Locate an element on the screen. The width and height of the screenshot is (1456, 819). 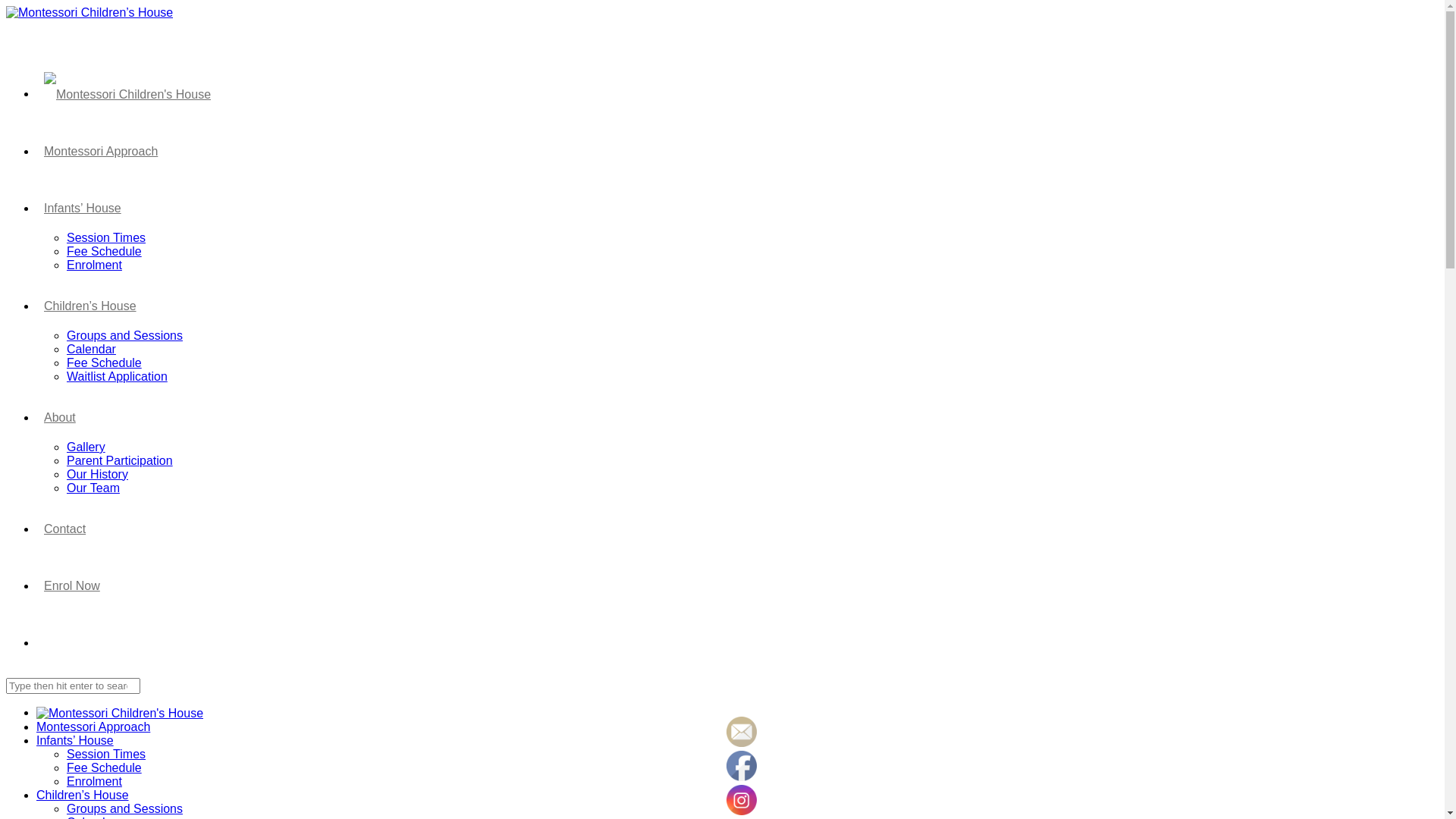
'Our History' is located at coordinates (96, 473).